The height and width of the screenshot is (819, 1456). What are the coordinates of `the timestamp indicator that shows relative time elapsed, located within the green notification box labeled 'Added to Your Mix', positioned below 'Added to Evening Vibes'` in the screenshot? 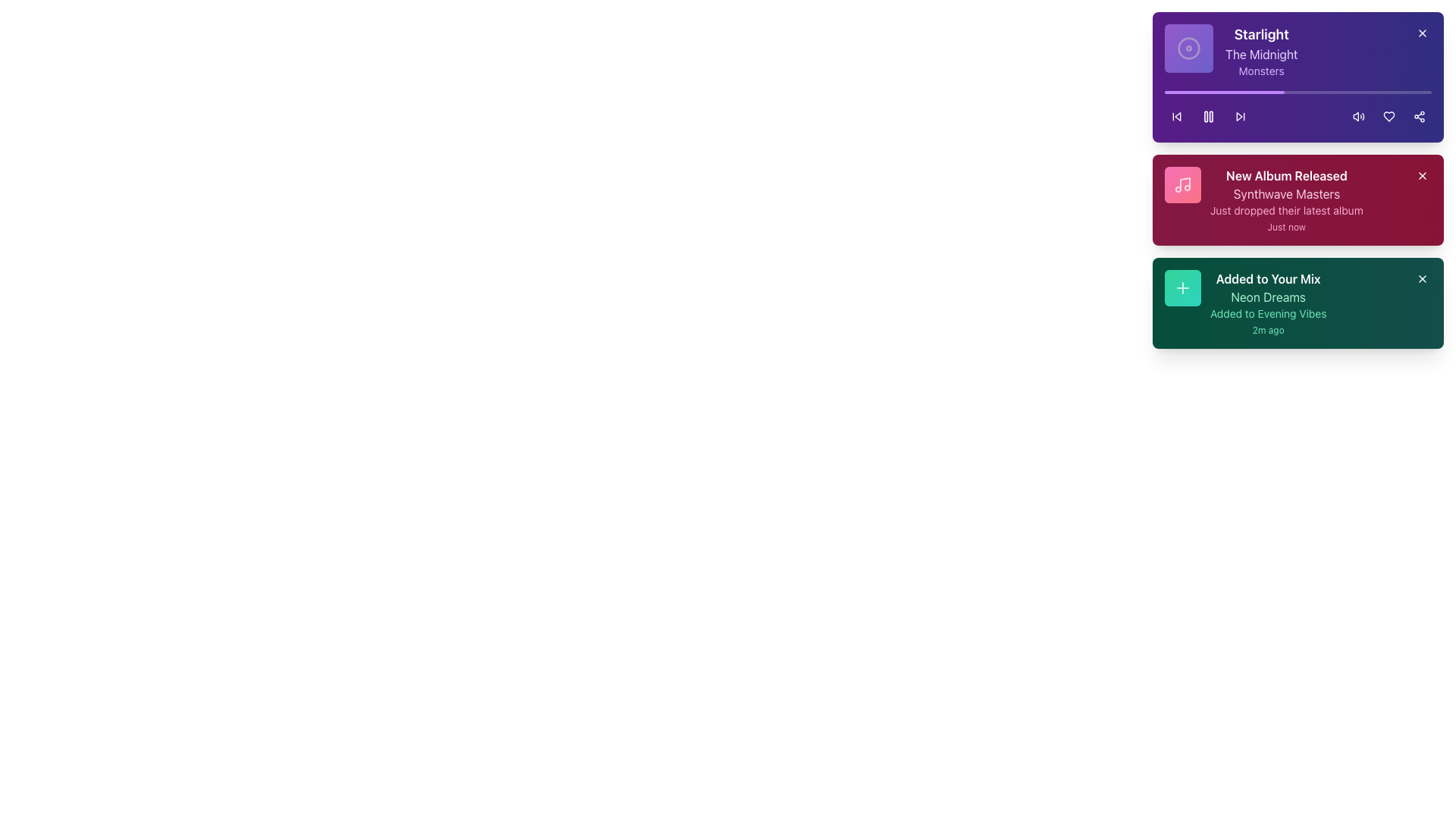 It's located at (1268, 329).